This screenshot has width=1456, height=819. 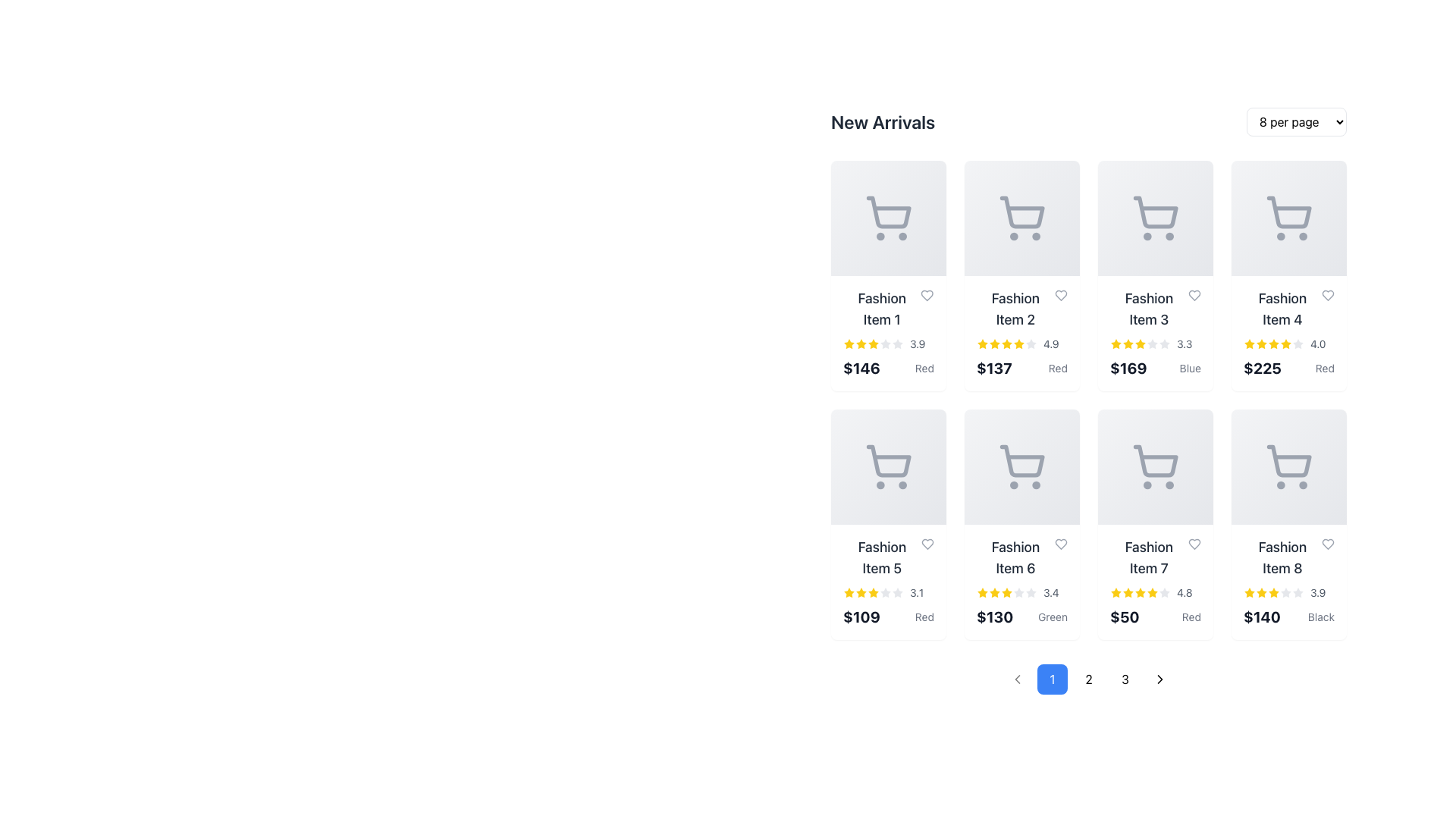 I want to click on the third yellow star icon in the rating section for 'Fashion Item 8' to change the rating, so click(x=1262, y=591).